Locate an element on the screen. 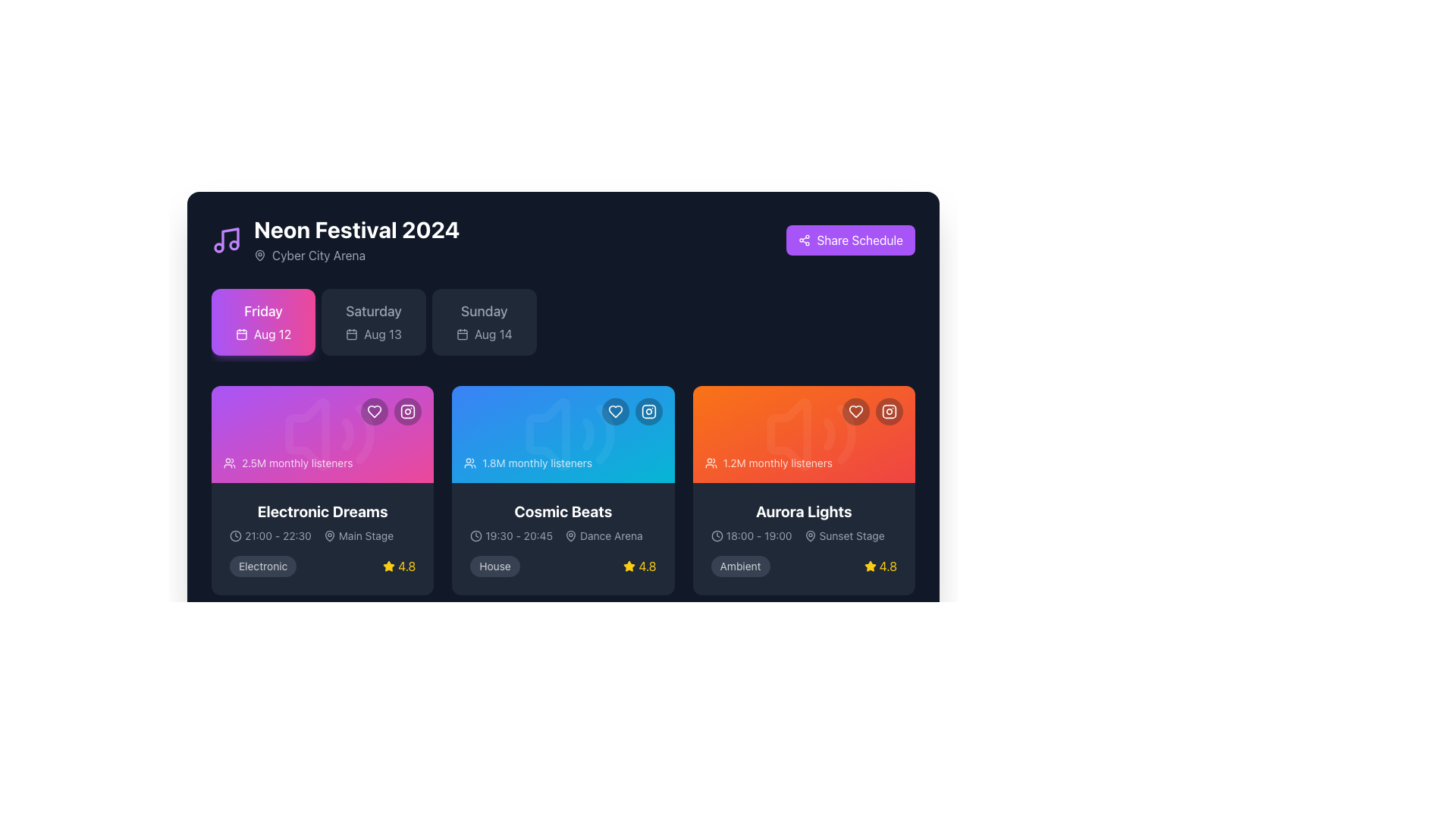  the heart-shaped icon with a hollow interior located at the top-right corner of the 'Electronic Dreams' card to like or favorite it is located at coordinates (375, 412).